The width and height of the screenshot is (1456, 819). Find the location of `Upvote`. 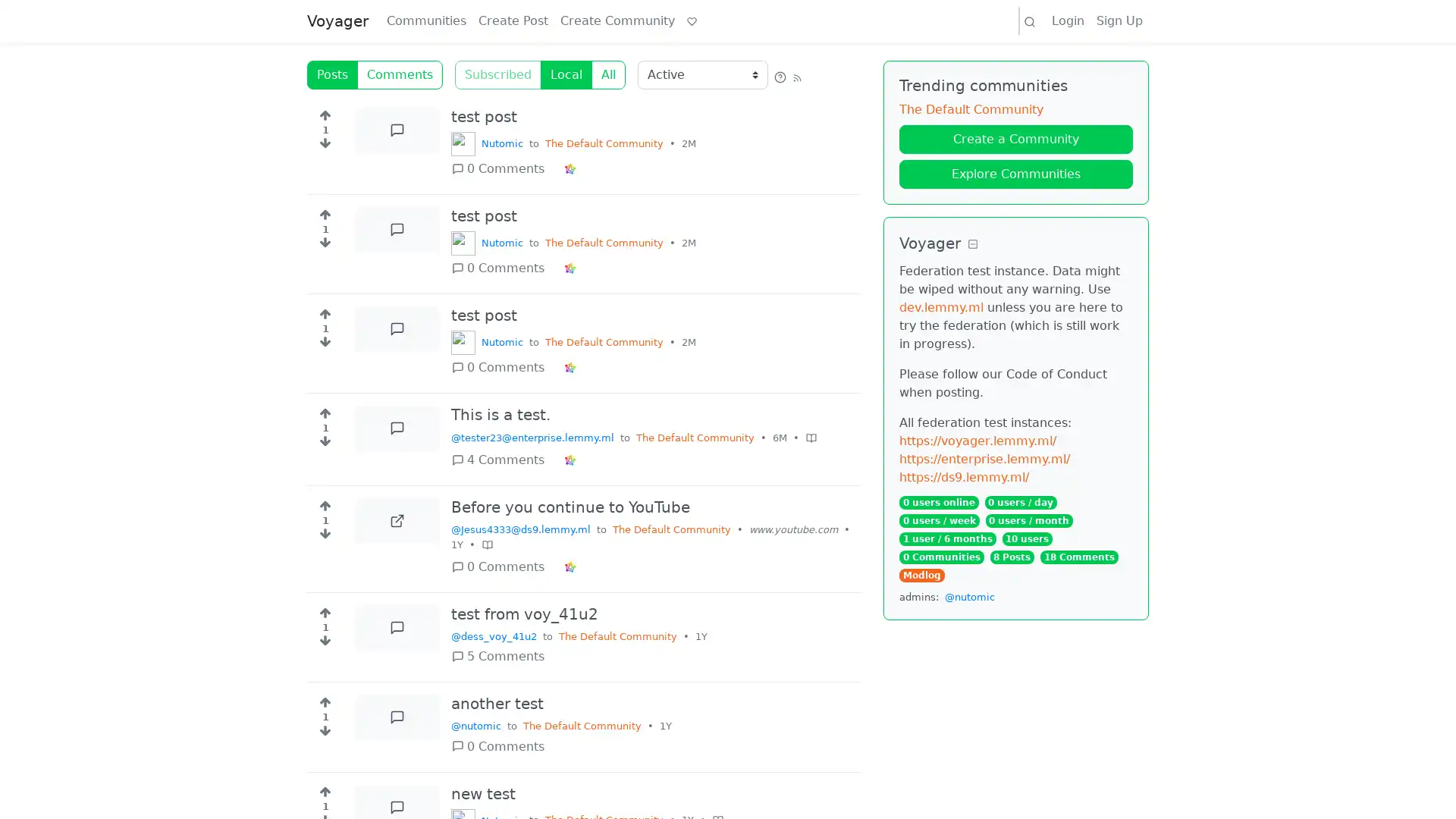

Upvote is located at coordinates (324, 698).